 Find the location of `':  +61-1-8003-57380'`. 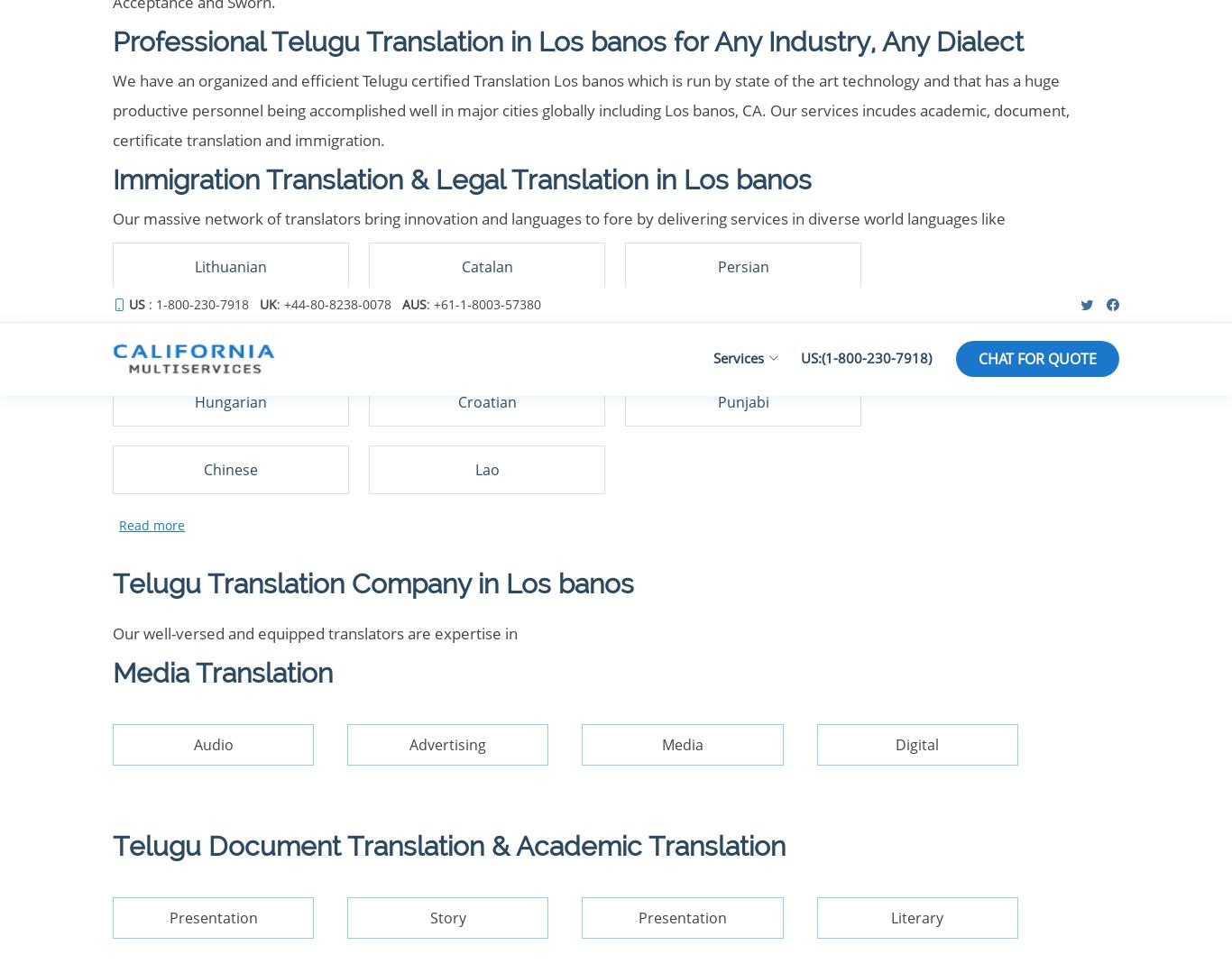

':  +61-1-8003-57380' is located at coordinates (644, 436).